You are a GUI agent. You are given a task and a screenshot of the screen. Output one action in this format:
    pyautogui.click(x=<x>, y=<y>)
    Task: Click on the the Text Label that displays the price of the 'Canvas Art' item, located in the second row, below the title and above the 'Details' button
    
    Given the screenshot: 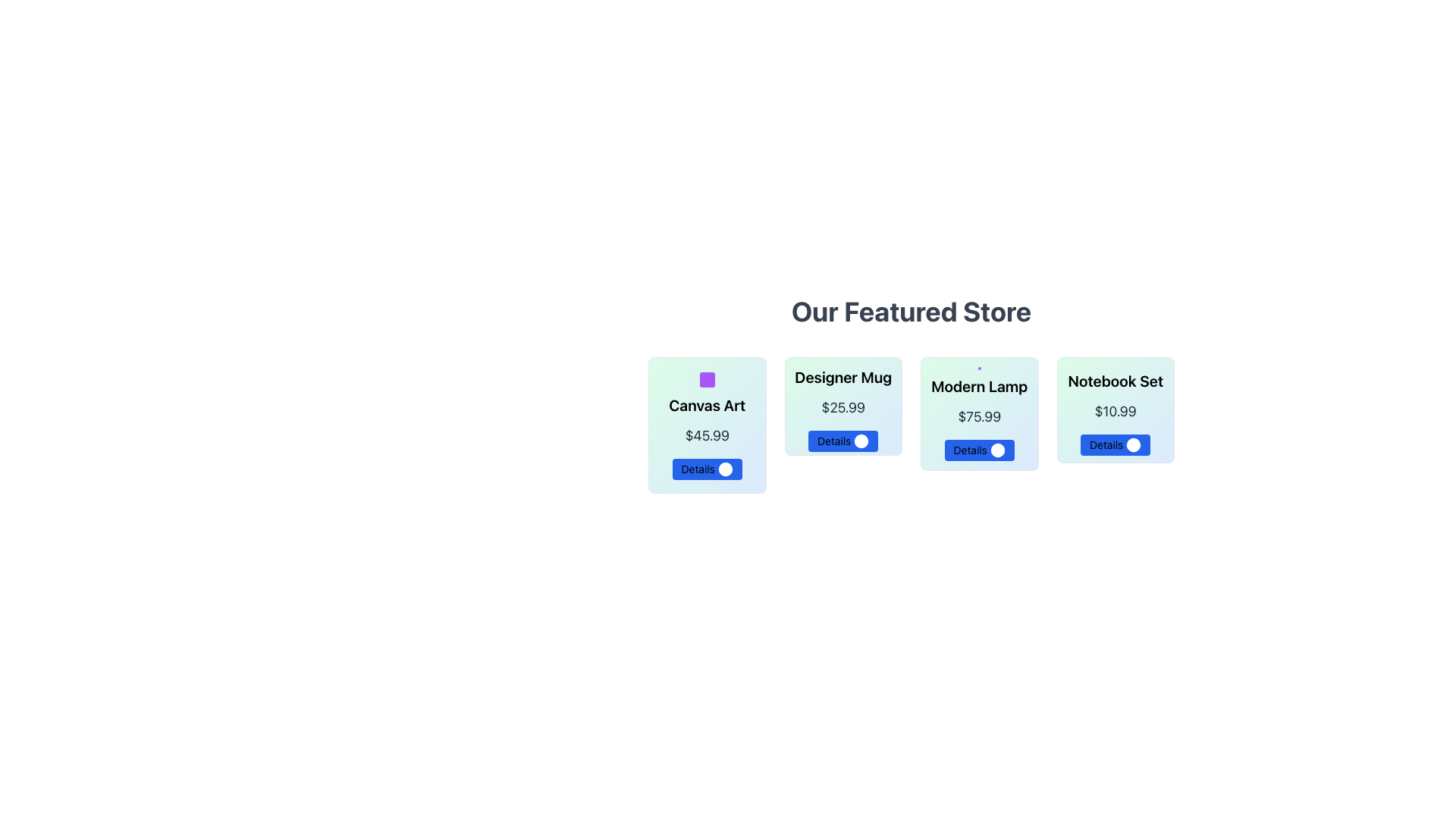 What is the action you would take?
    pyautogui.click(x=706, y=435)
    